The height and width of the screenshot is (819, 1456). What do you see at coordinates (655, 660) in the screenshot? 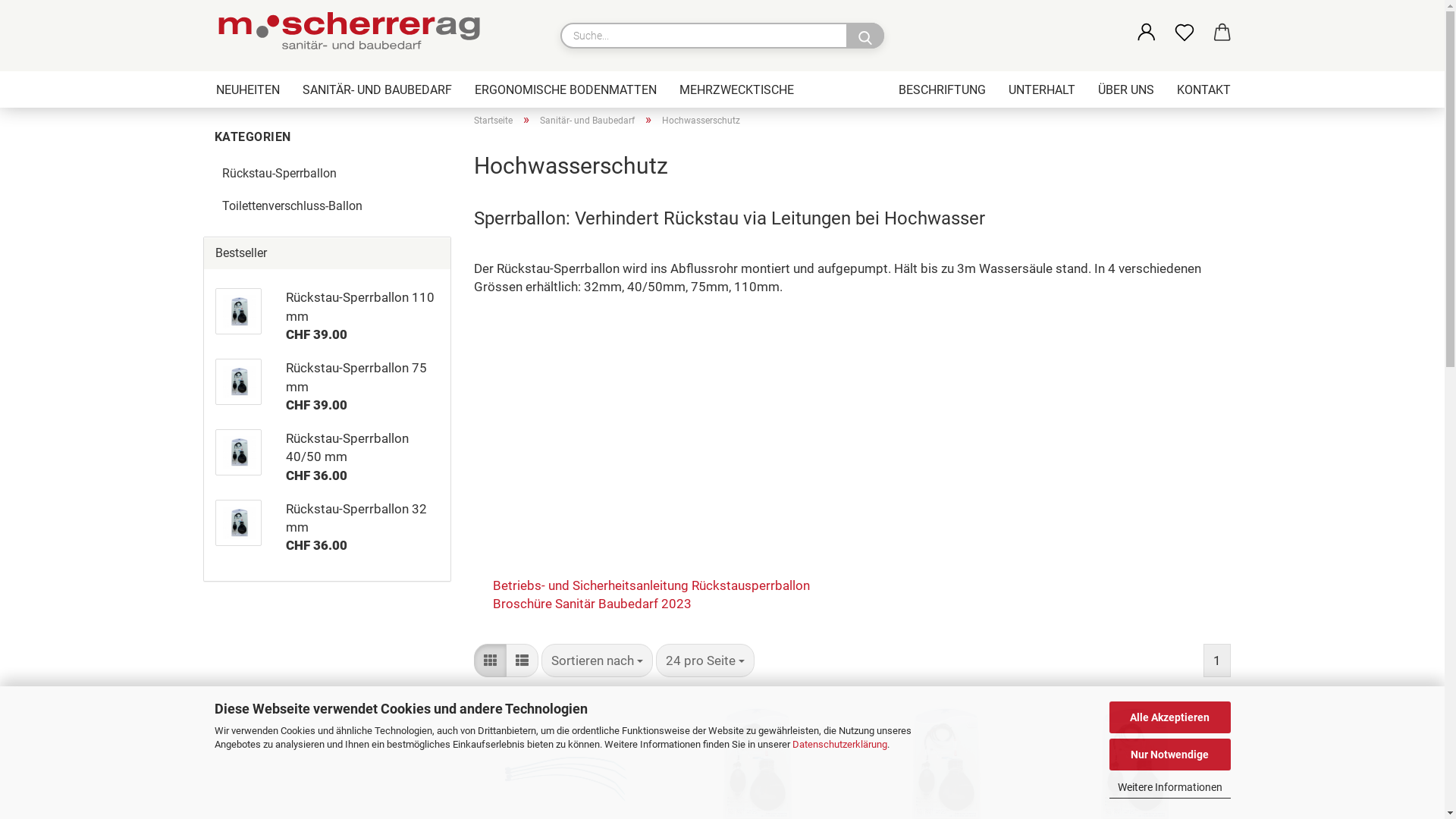
I see `'24 pro Seite'` at bounding box center [655, 660].